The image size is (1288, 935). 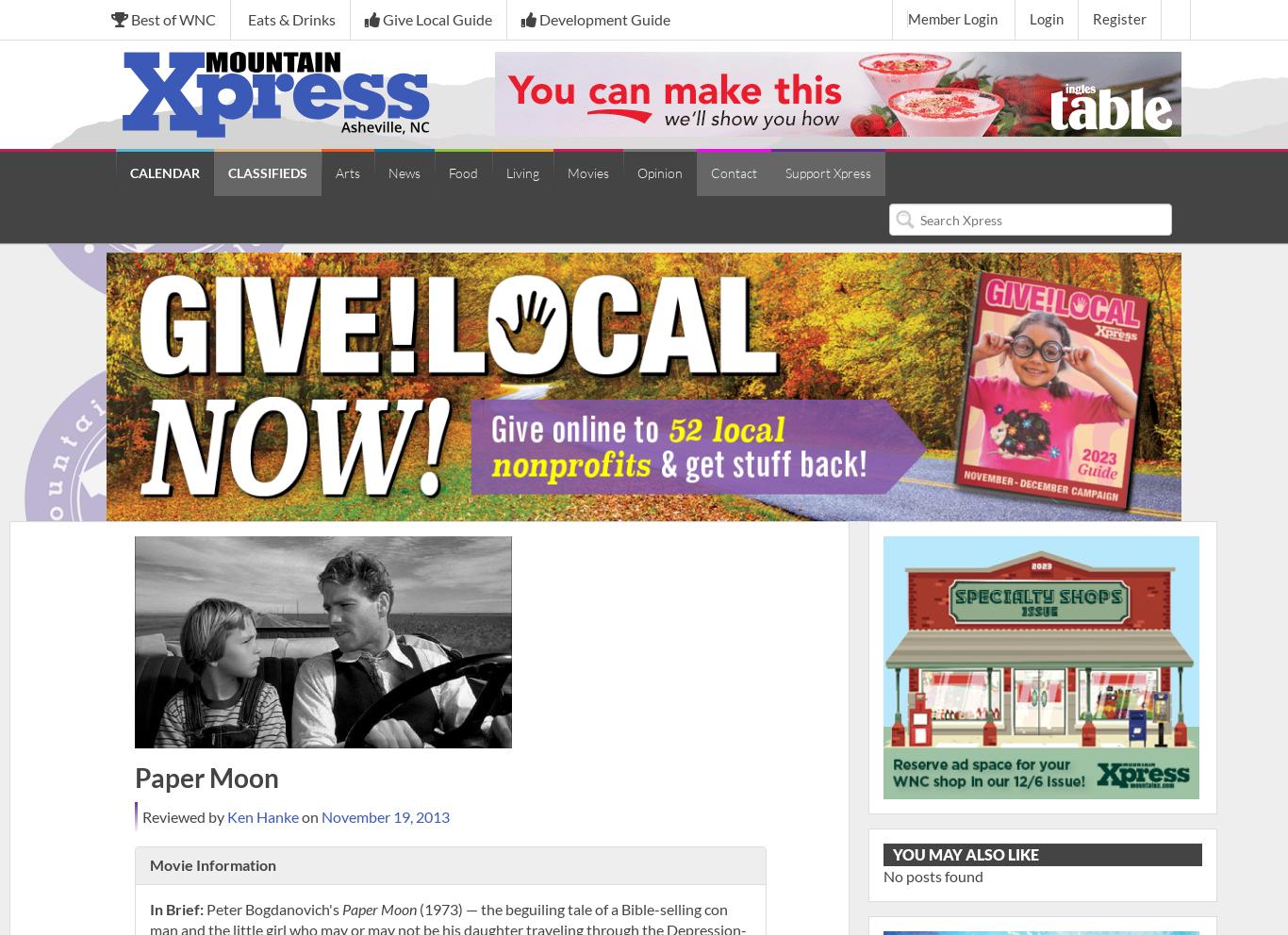 What do you see at coordinates (272, 908) in the screenshot?
I see `'Peter Bogdanovich's'` at bounding box center [272, 908].